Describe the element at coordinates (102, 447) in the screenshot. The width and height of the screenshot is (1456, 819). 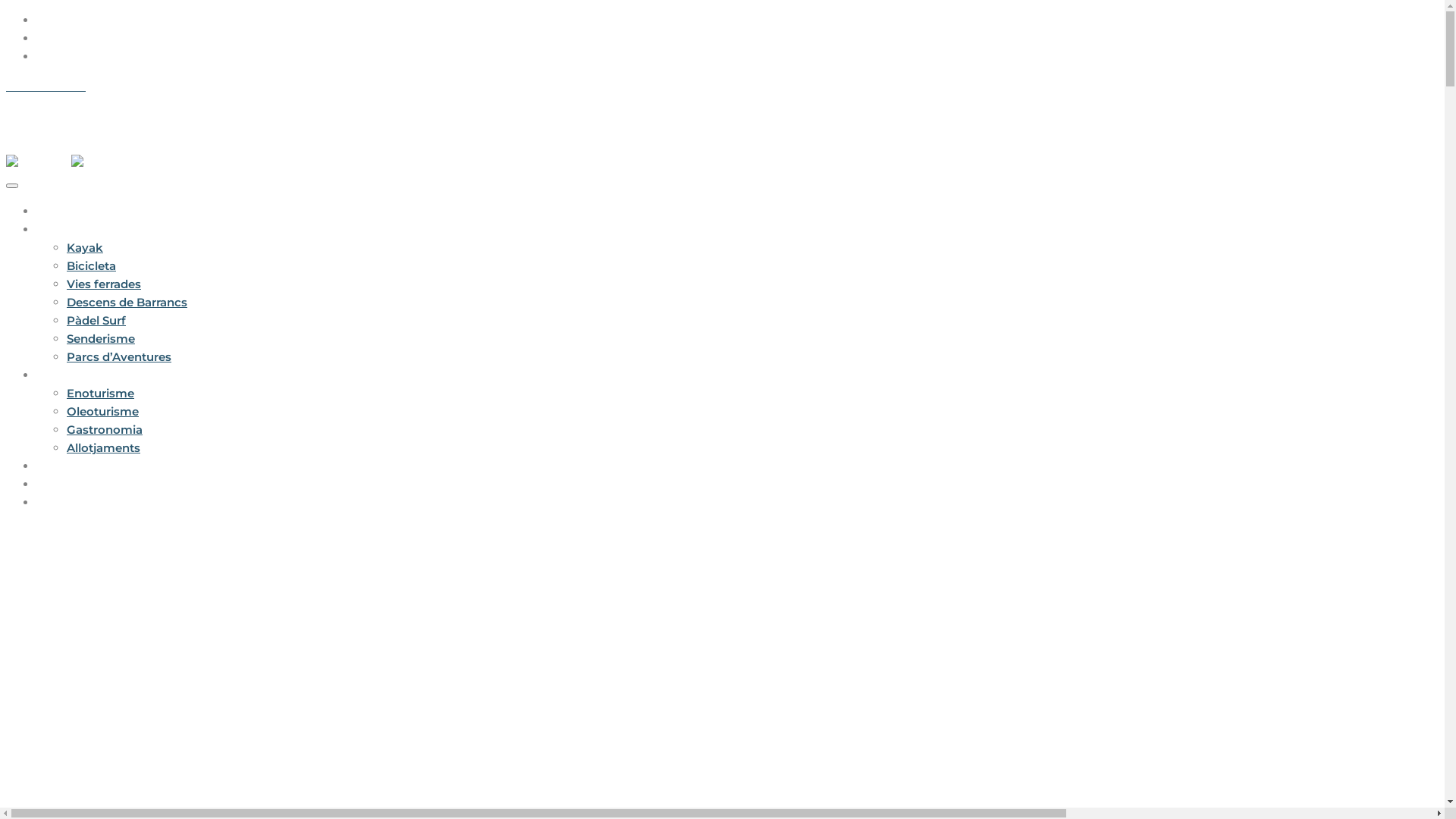
I see `'Allotjaments'` at that location.